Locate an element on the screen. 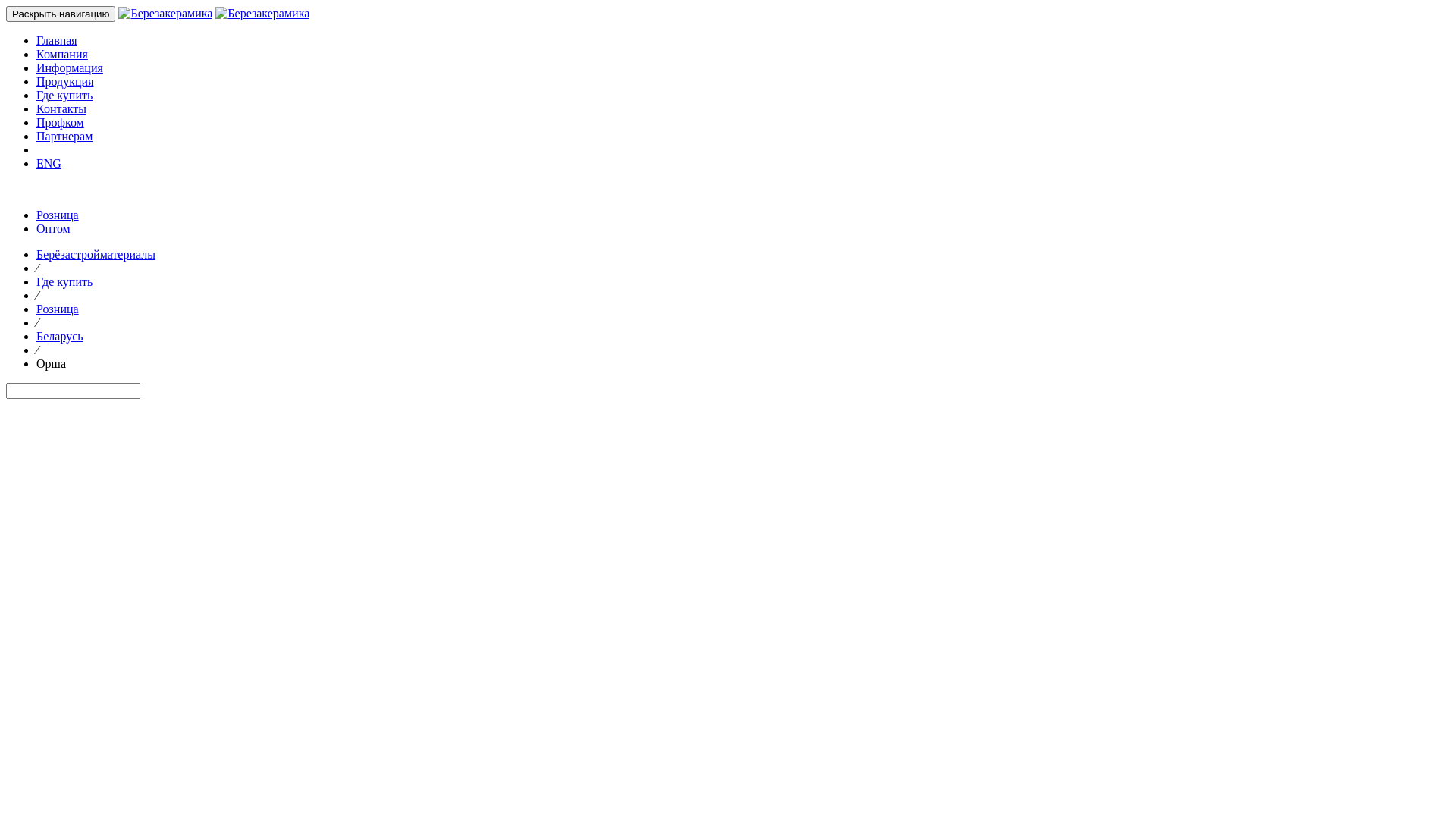 The image size is (1456, 819). 'ENG' is located at coordinates (49, 163).